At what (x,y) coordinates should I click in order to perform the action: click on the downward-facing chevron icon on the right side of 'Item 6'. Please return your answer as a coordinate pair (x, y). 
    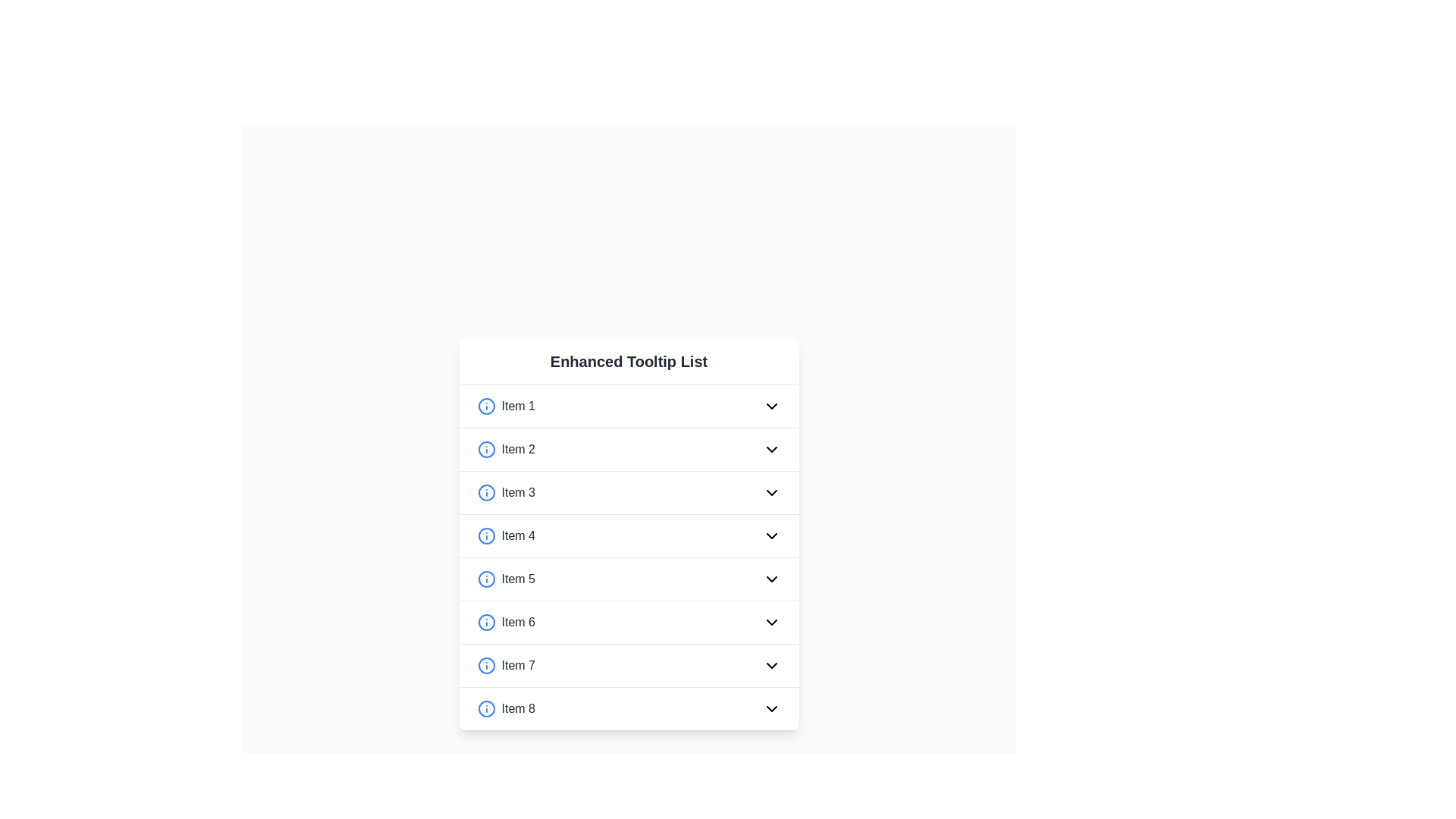
    Looking at the image, I should click on (771, 623).